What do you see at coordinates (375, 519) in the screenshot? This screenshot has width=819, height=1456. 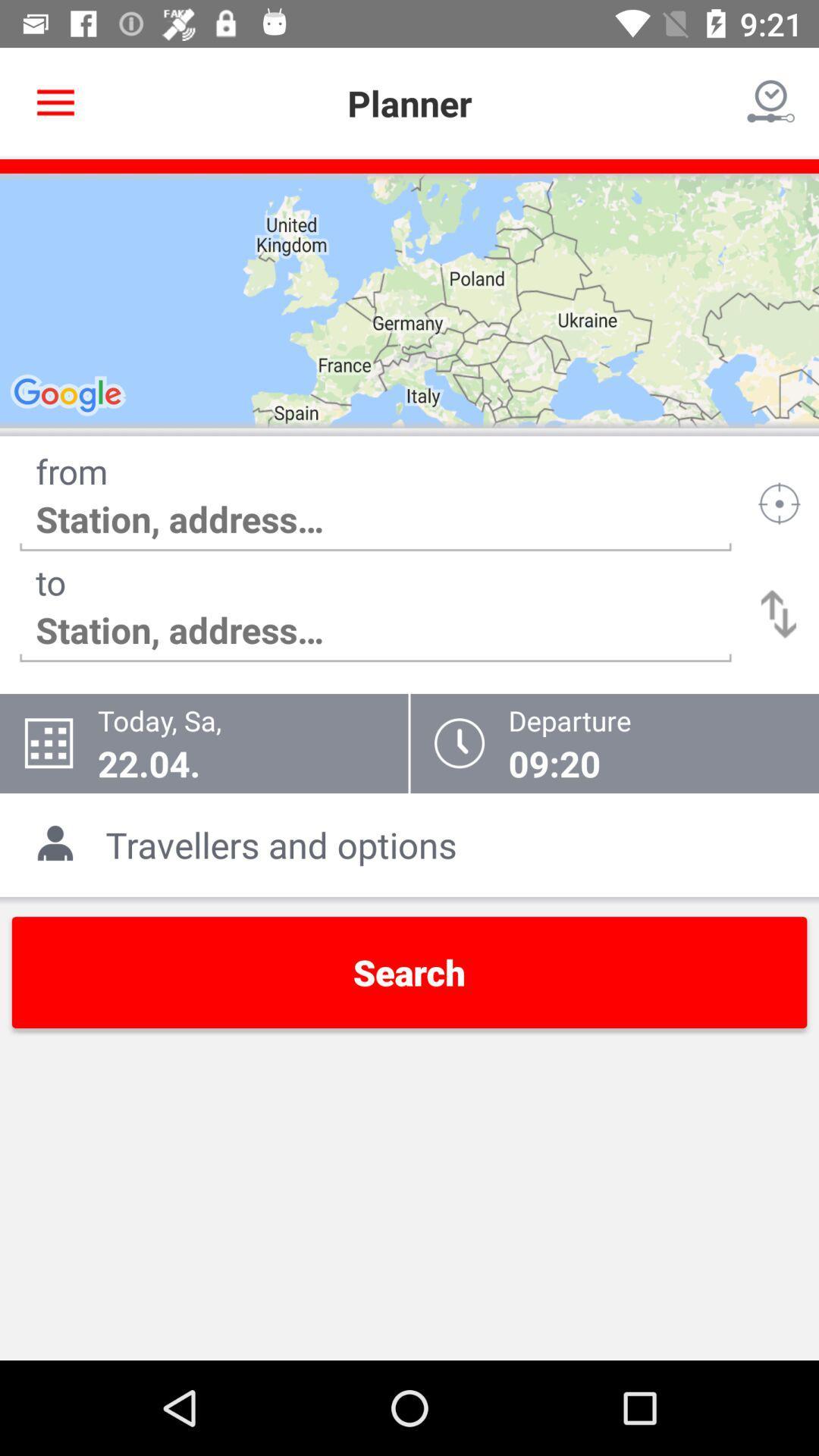 I see `the item above the to icon` at bounding box center [375, 519].